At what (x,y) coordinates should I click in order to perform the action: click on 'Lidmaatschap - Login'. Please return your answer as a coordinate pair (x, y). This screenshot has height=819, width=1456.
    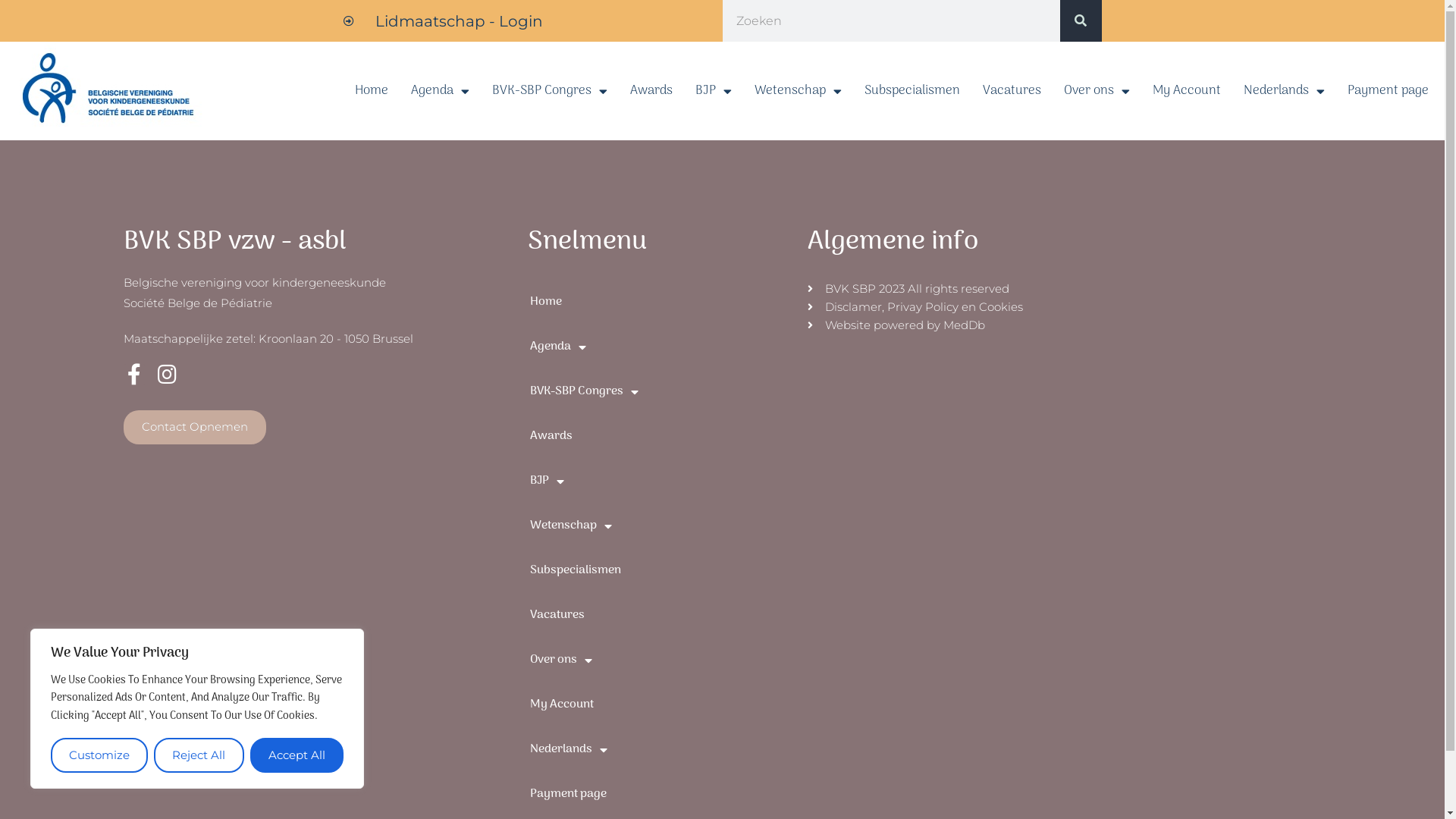
    Looking at the image, I should click on (442, 20).